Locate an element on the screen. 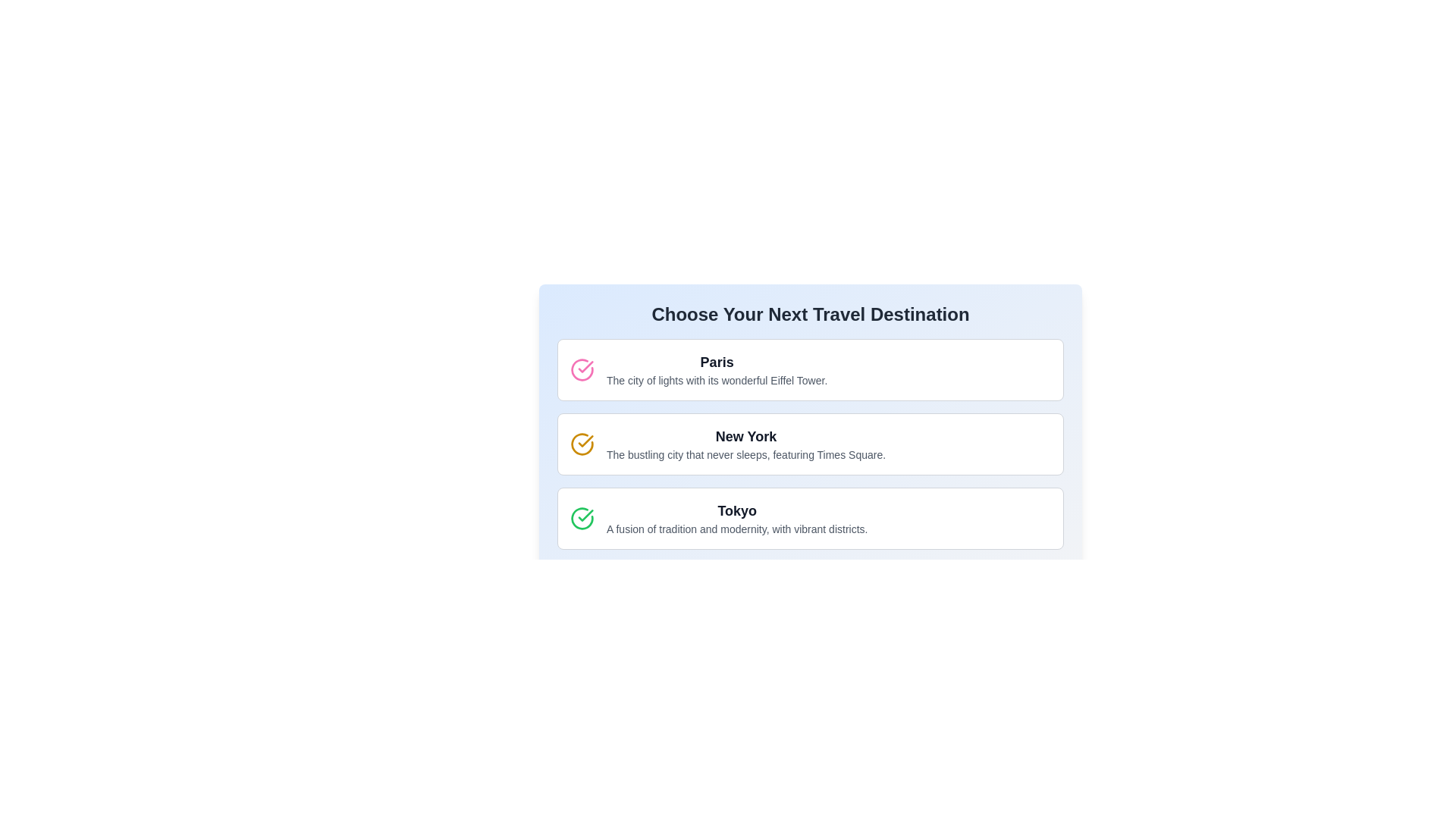  the pink circular icon with a checkmark, which is located to the left of the 'Paris' text block in the first card of a vertical list of destination cards is located at coordinates (582, 370).